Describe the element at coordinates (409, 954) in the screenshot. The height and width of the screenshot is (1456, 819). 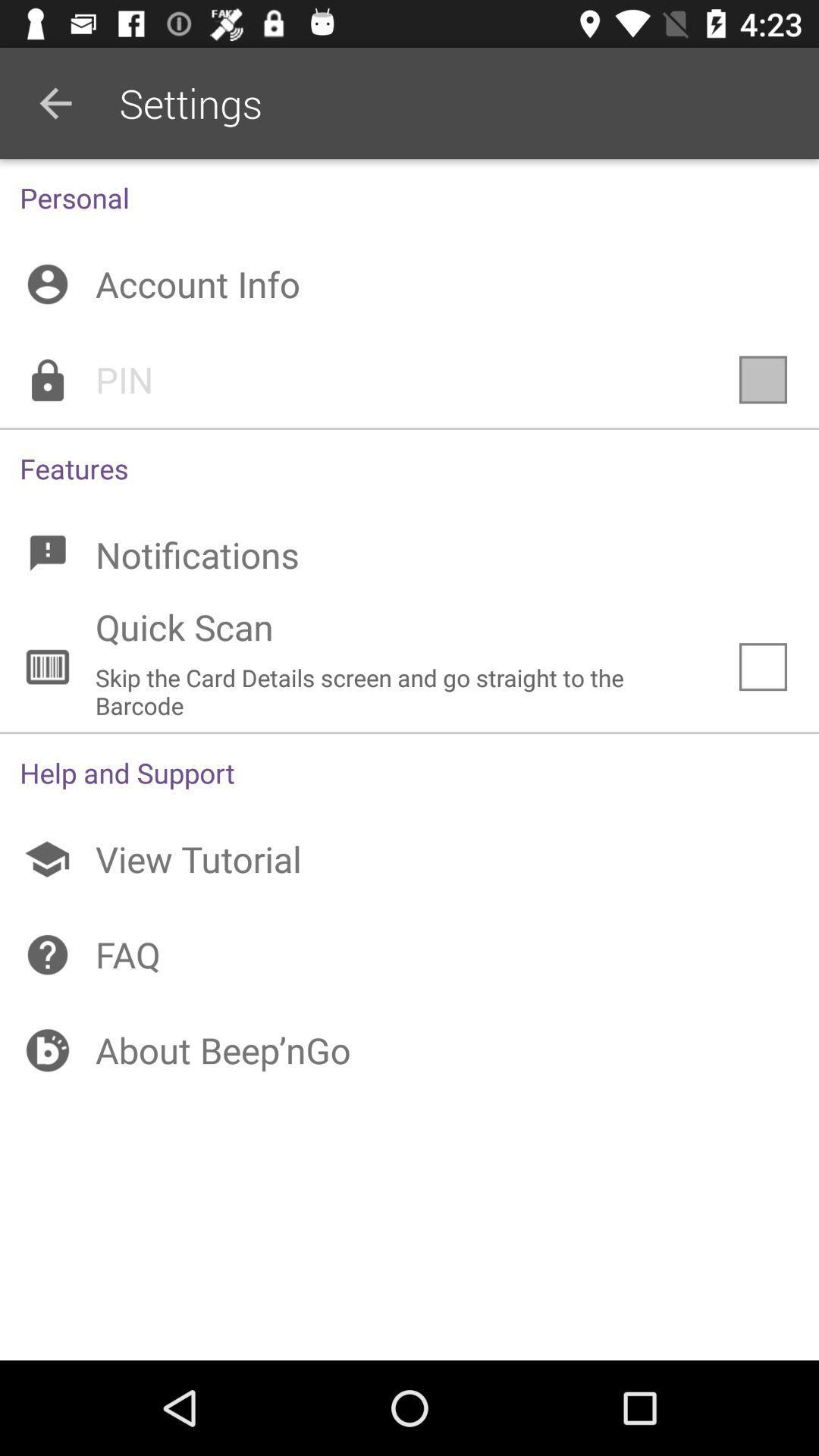
I see `faq icon` at that location.